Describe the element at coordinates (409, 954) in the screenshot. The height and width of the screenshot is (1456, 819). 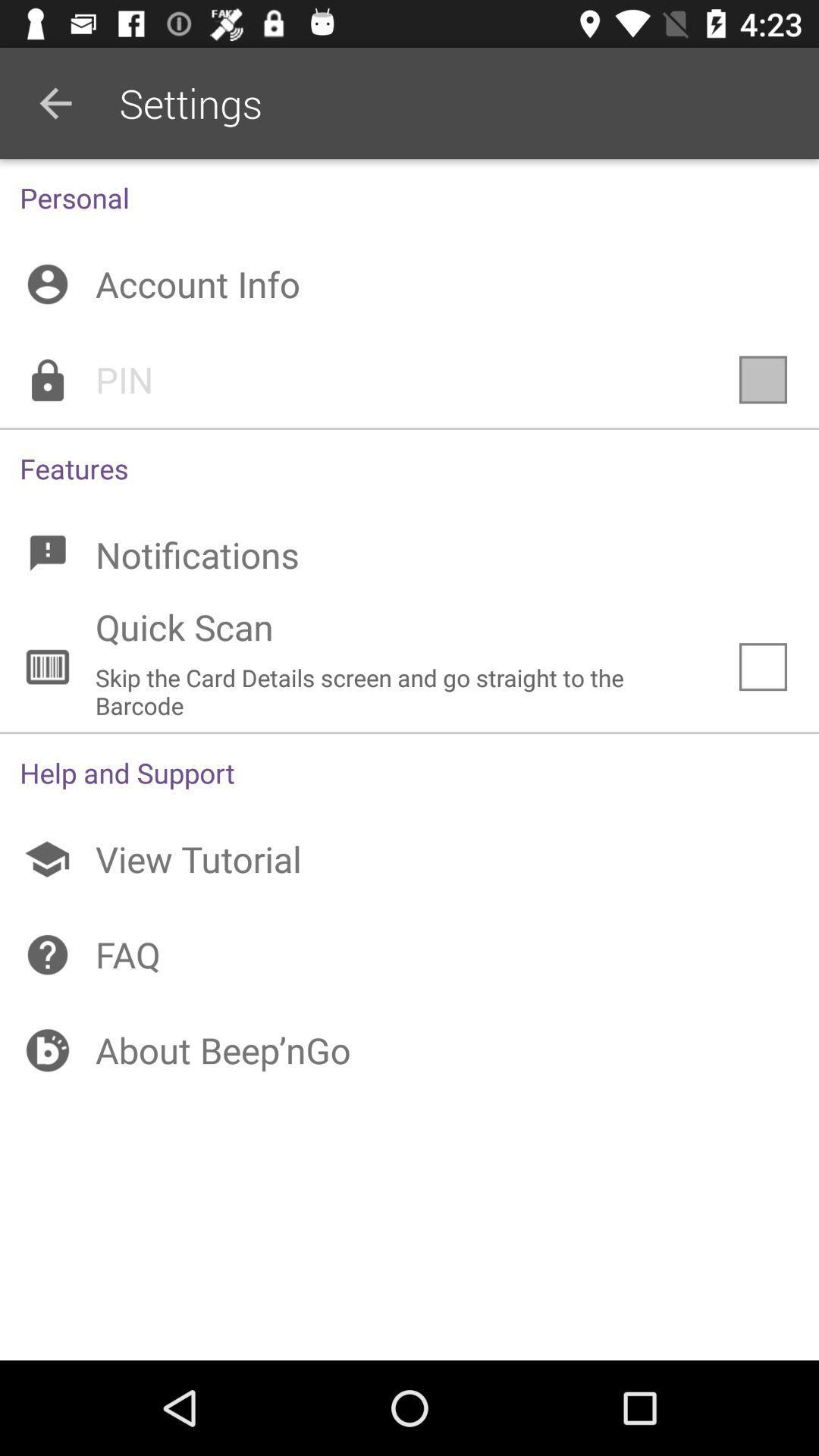
I see `faq icon` at that location.